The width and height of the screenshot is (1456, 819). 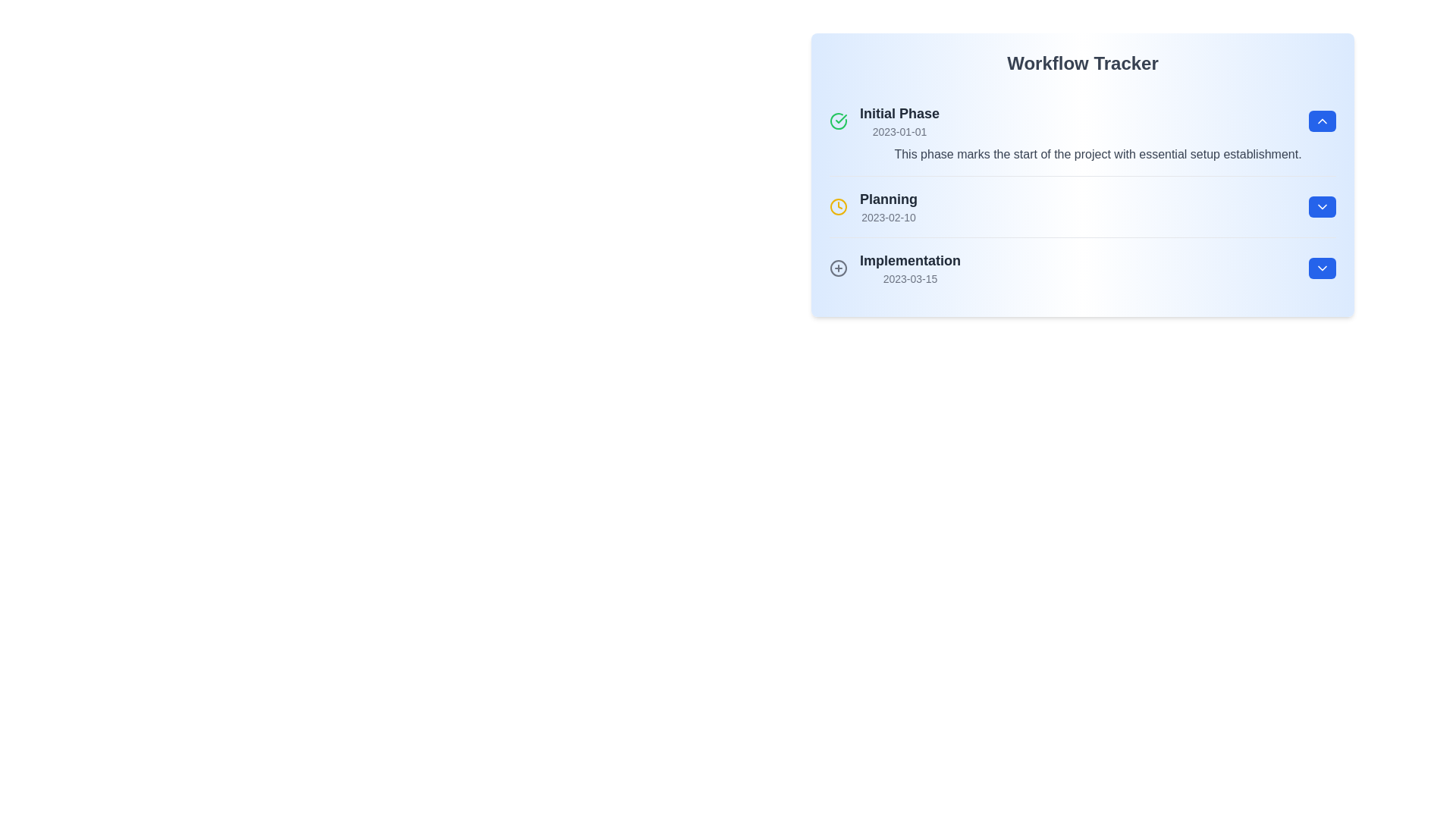 I want to click on the first list item titled 'Initial Phase' with a green checkmark icon in the 'Workflow Tracker' panel, so click(x=884, y=120).